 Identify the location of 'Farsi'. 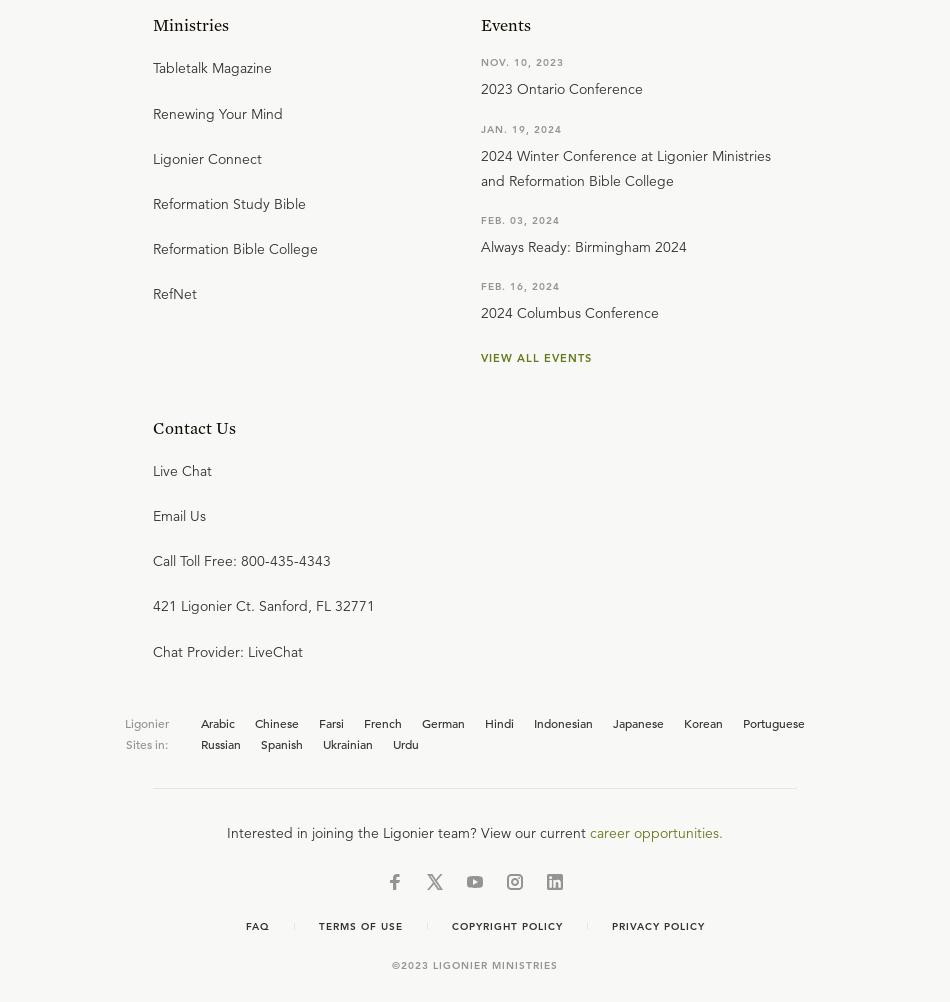
(329, 722).